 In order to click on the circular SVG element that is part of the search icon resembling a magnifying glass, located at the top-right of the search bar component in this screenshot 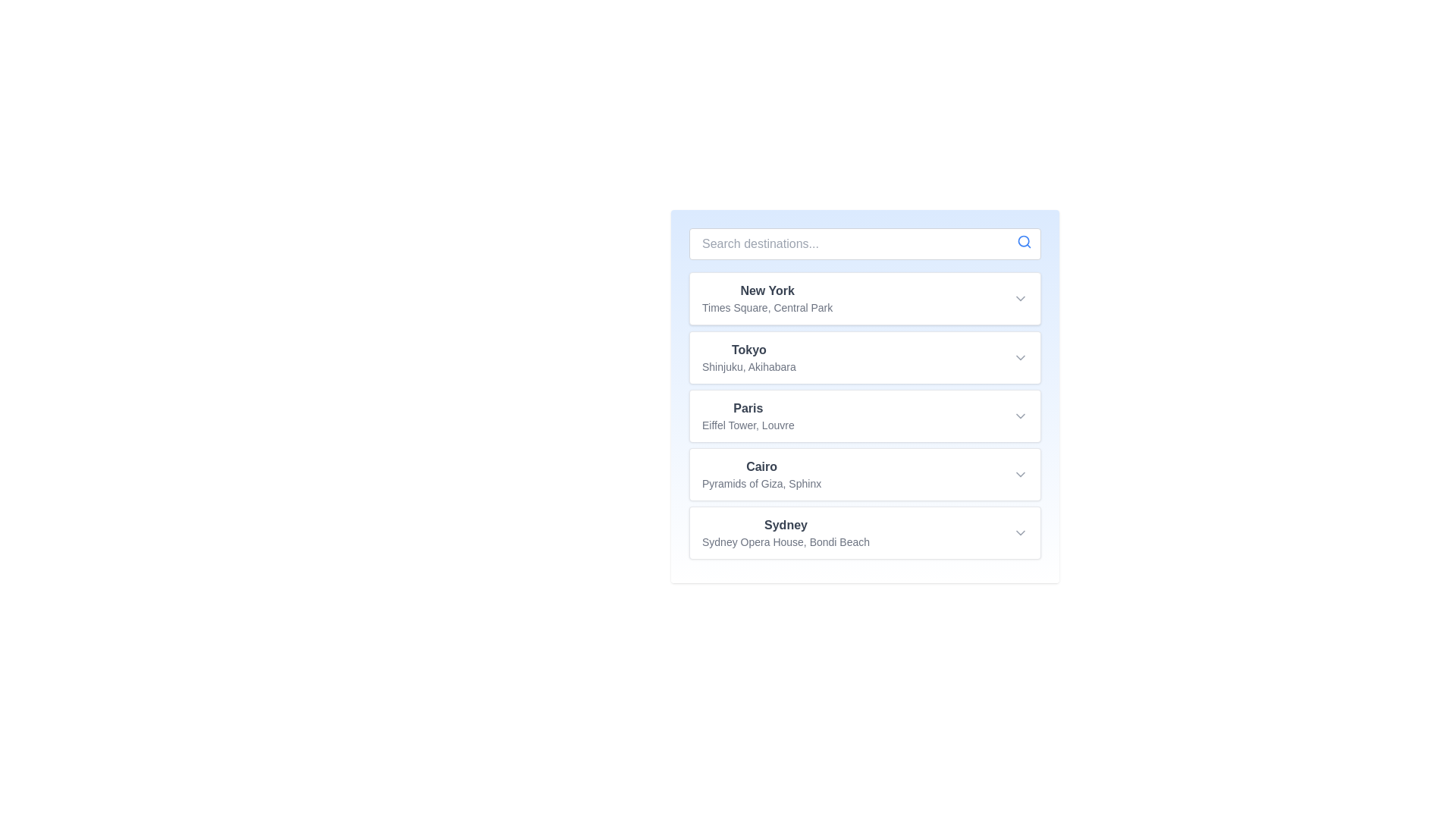, I will do `click(1024, 240)`.